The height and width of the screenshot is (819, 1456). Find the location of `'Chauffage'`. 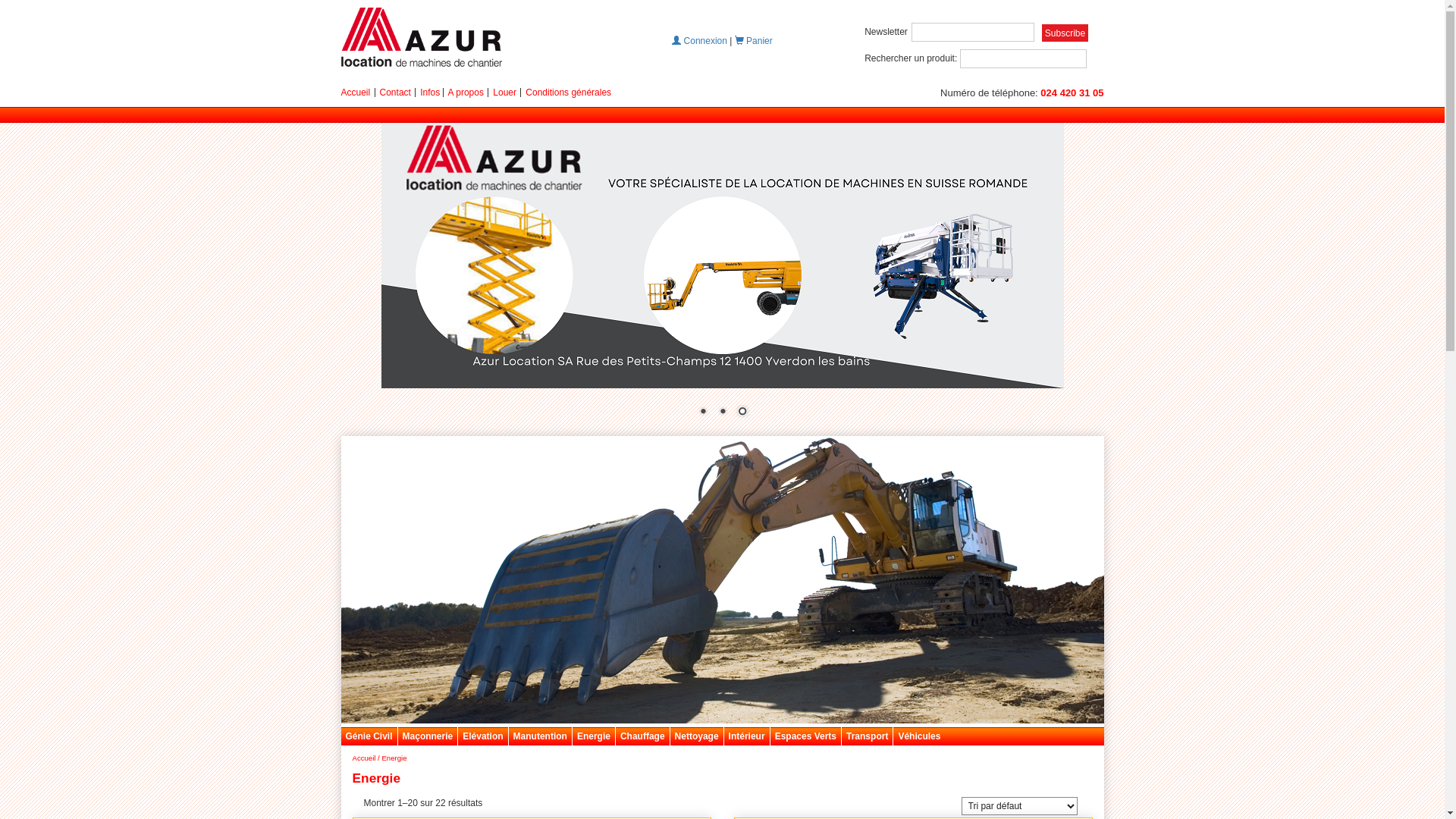

'Chauffage' is located at coordinates (615, 736).